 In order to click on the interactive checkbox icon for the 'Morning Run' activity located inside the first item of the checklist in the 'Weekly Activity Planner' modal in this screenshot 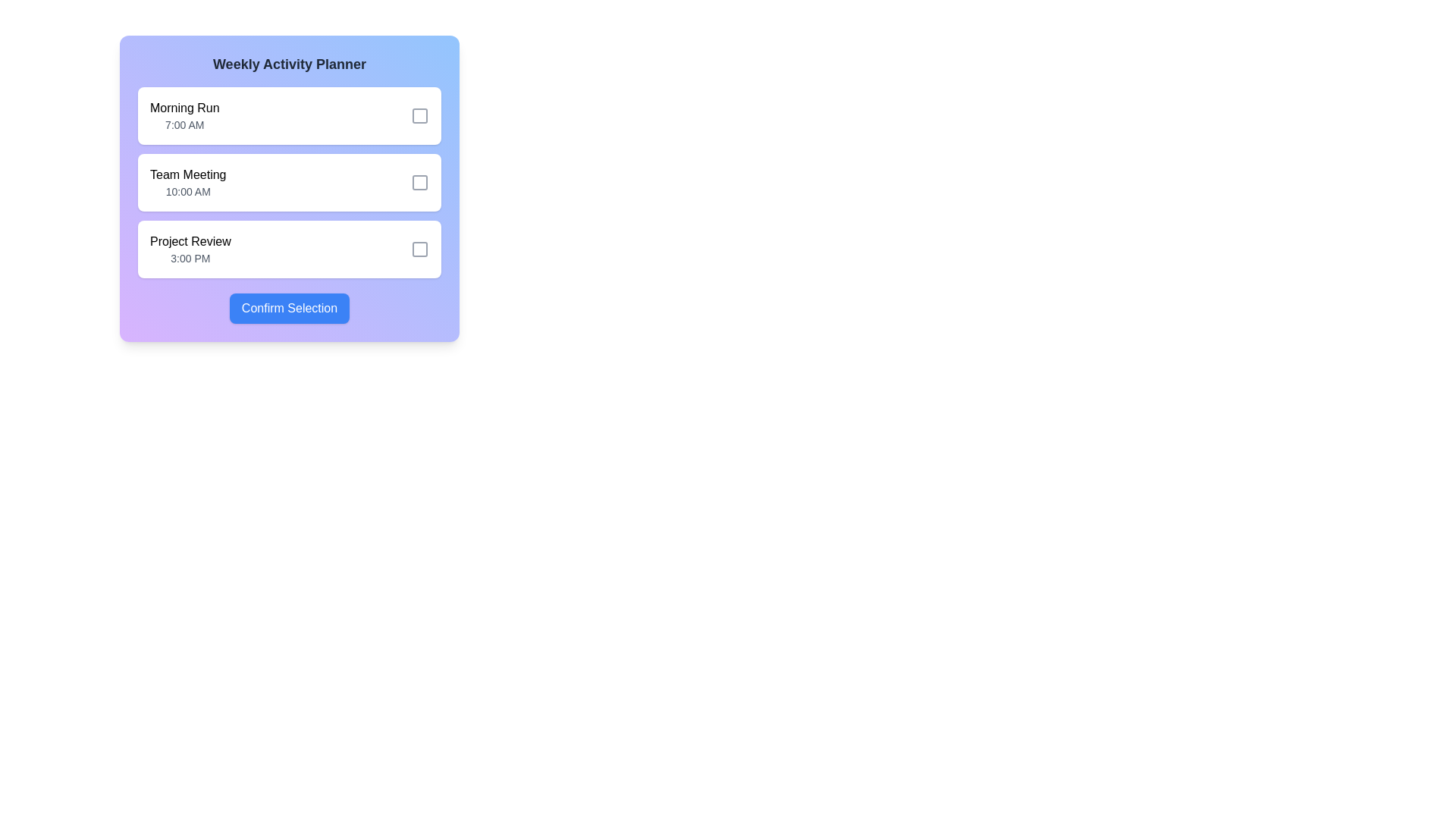, I will do `click(419, 115)`.